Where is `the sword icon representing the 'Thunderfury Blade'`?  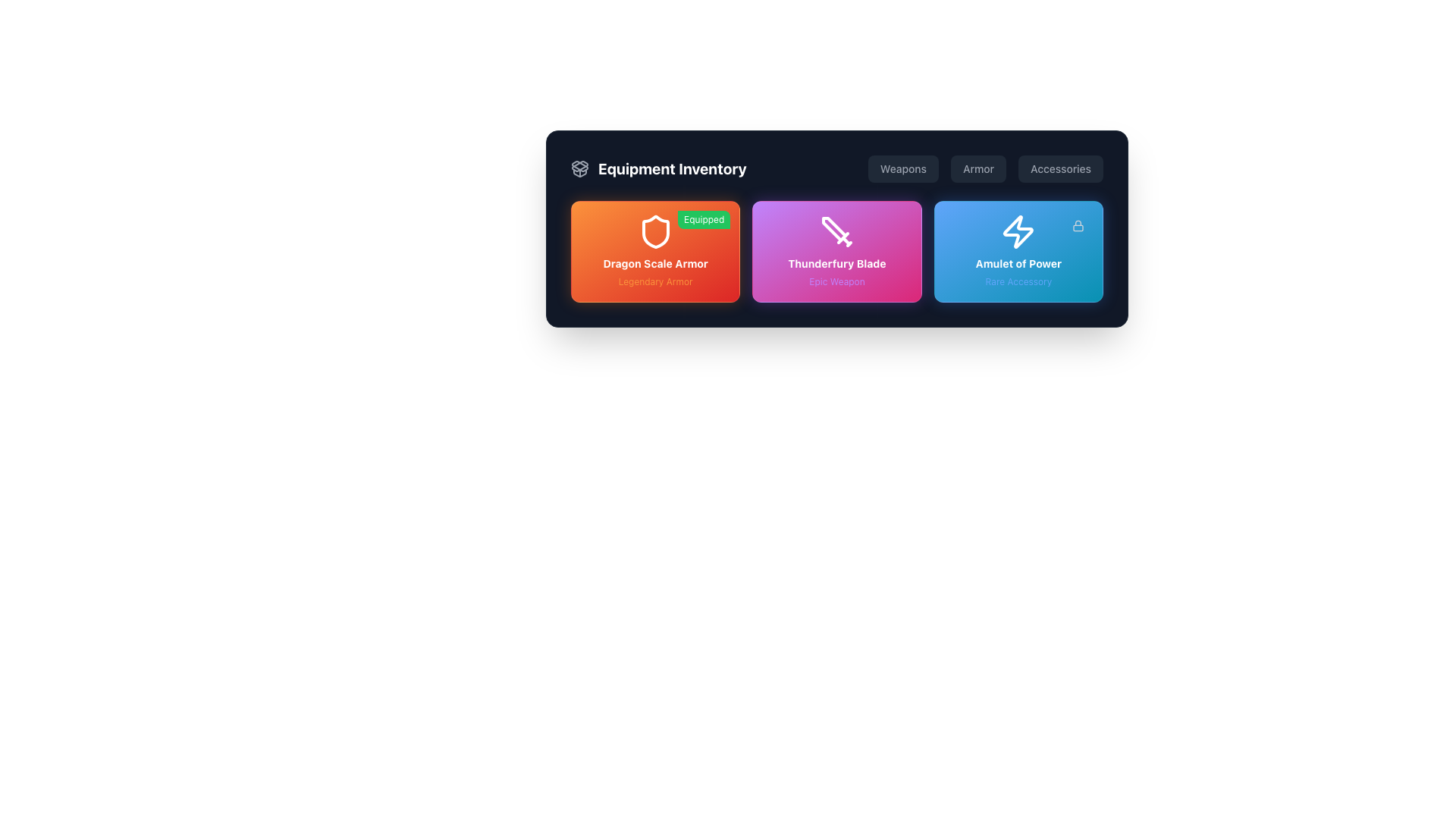 the sword icon representing the 'Thunderfury Blade' is located at coordinates (836, 231).